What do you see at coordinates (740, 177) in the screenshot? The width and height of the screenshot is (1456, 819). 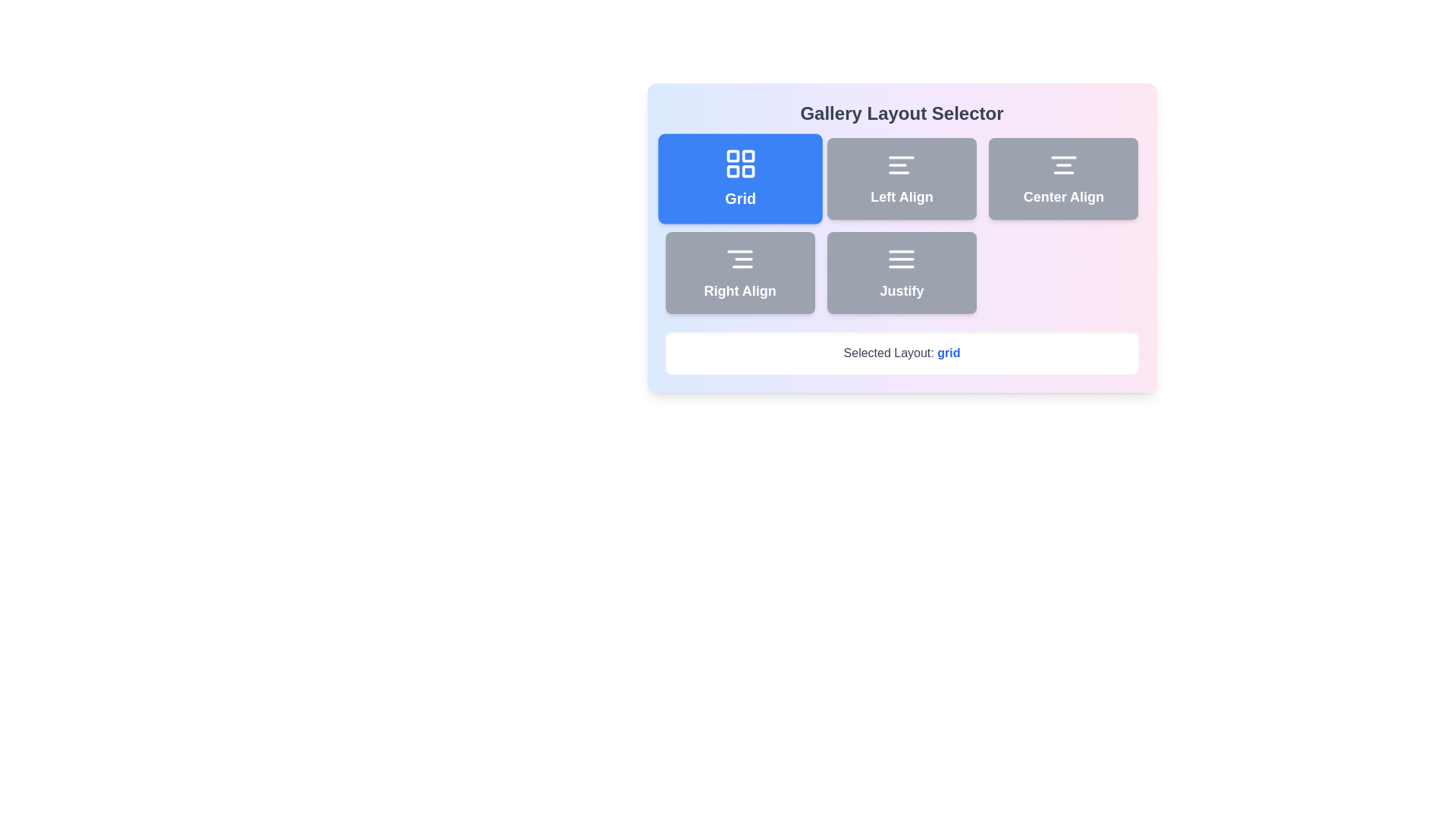 I see `the first button in the top-left of the grid layout` at bounding box center [740, 177].